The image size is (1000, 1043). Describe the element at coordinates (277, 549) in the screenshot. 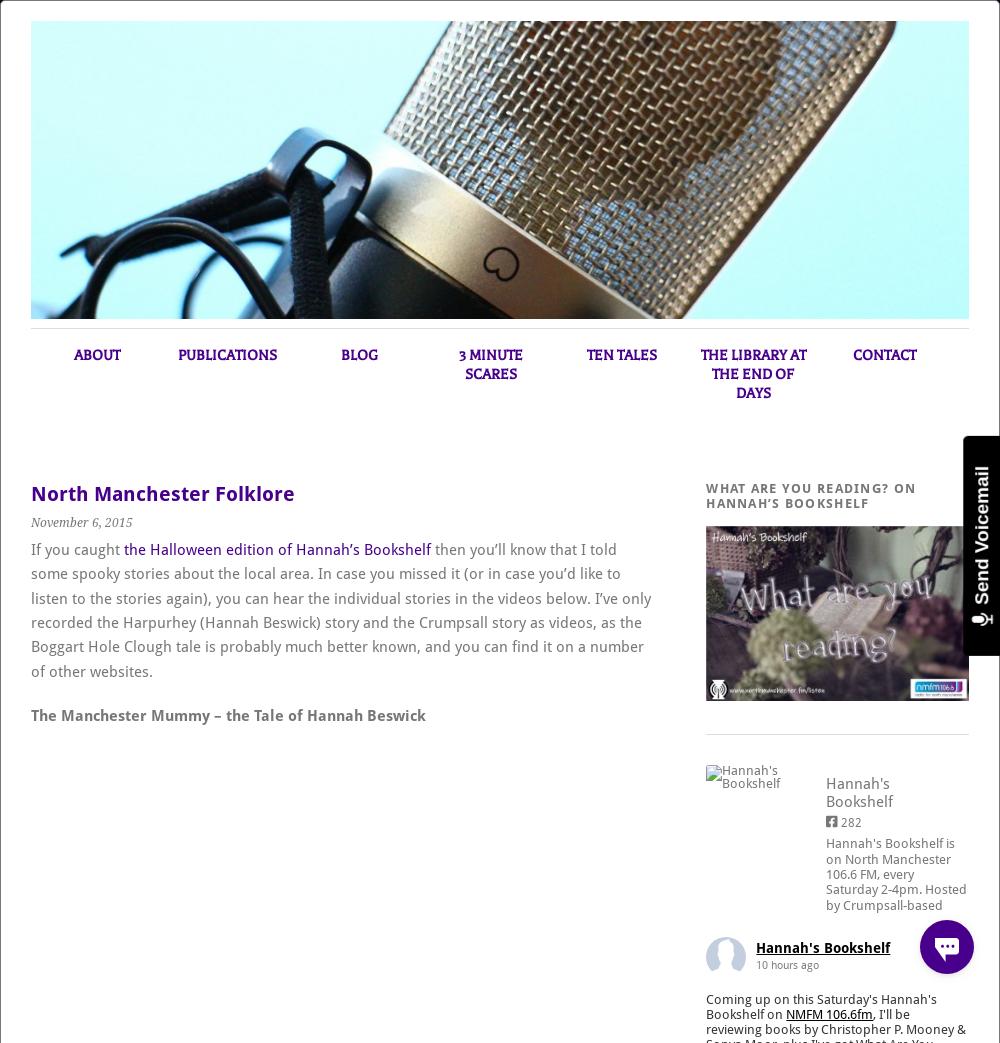

I see `'the Halloween edition of Hannah’s Bookshelf'` at that location.